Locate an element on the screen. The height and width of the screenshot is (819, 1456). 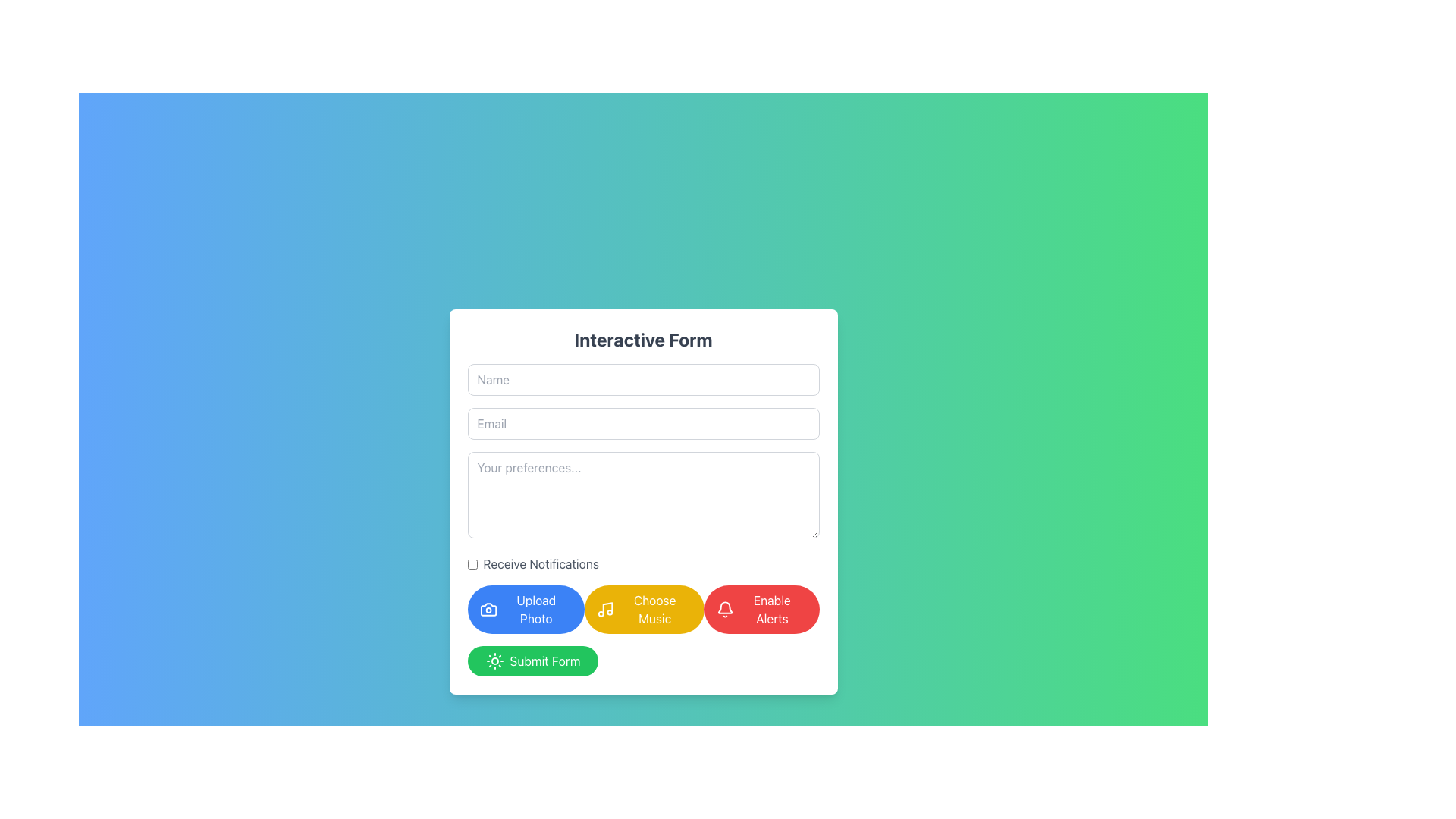
the text label of the button labeled 'Choose Music', which is the third button from the left, located between the blue 'Upload Photo' button and the red 'Enable Alerts' button is located at coordinates (654, 608).